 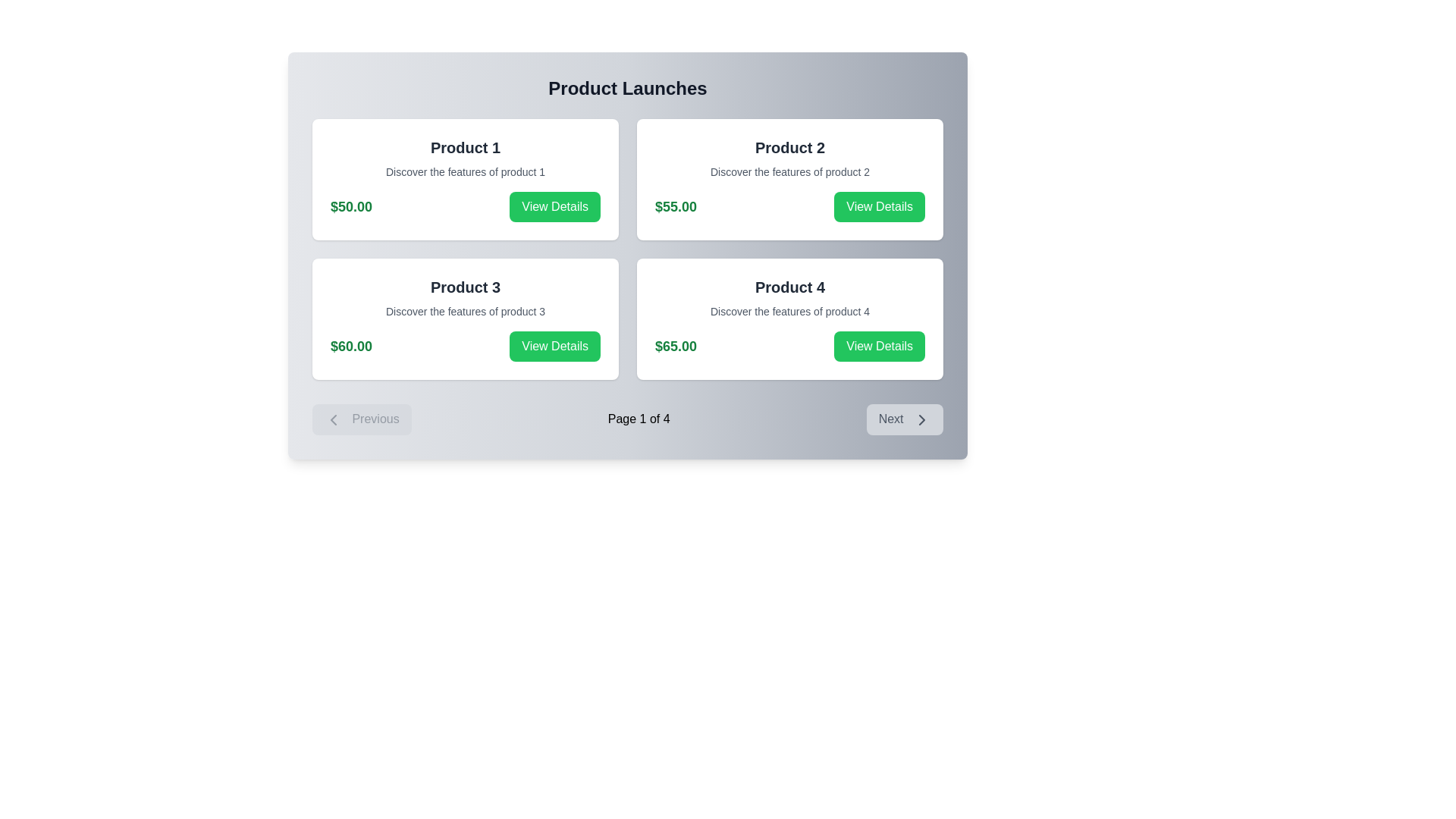 I want to click on the left-facing chevron icon located near the 'Previous' button, so click(x=333, y=419).